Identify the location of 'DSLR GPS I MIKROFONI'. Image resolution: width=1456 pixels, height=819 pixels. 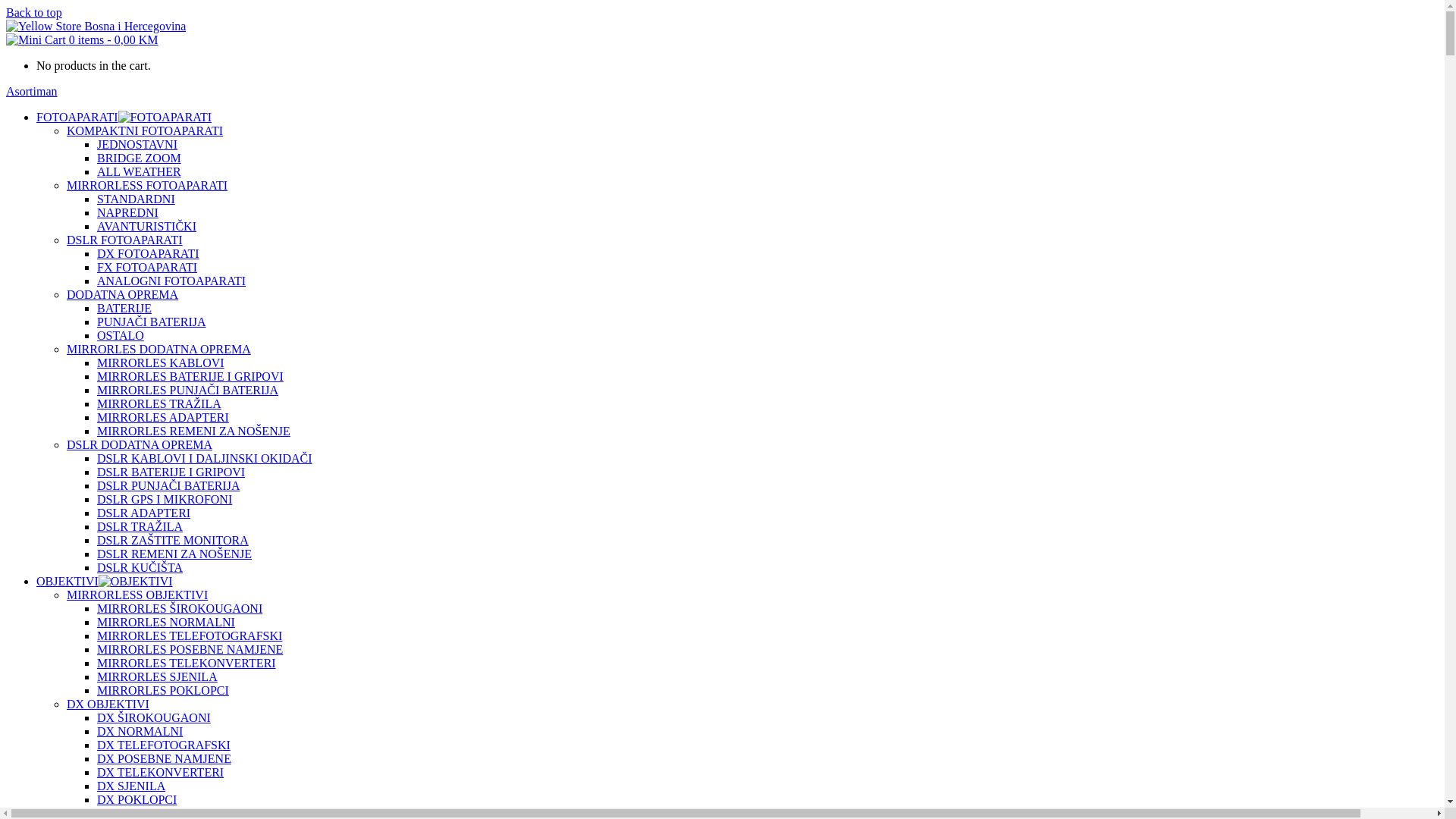
(164, 499).